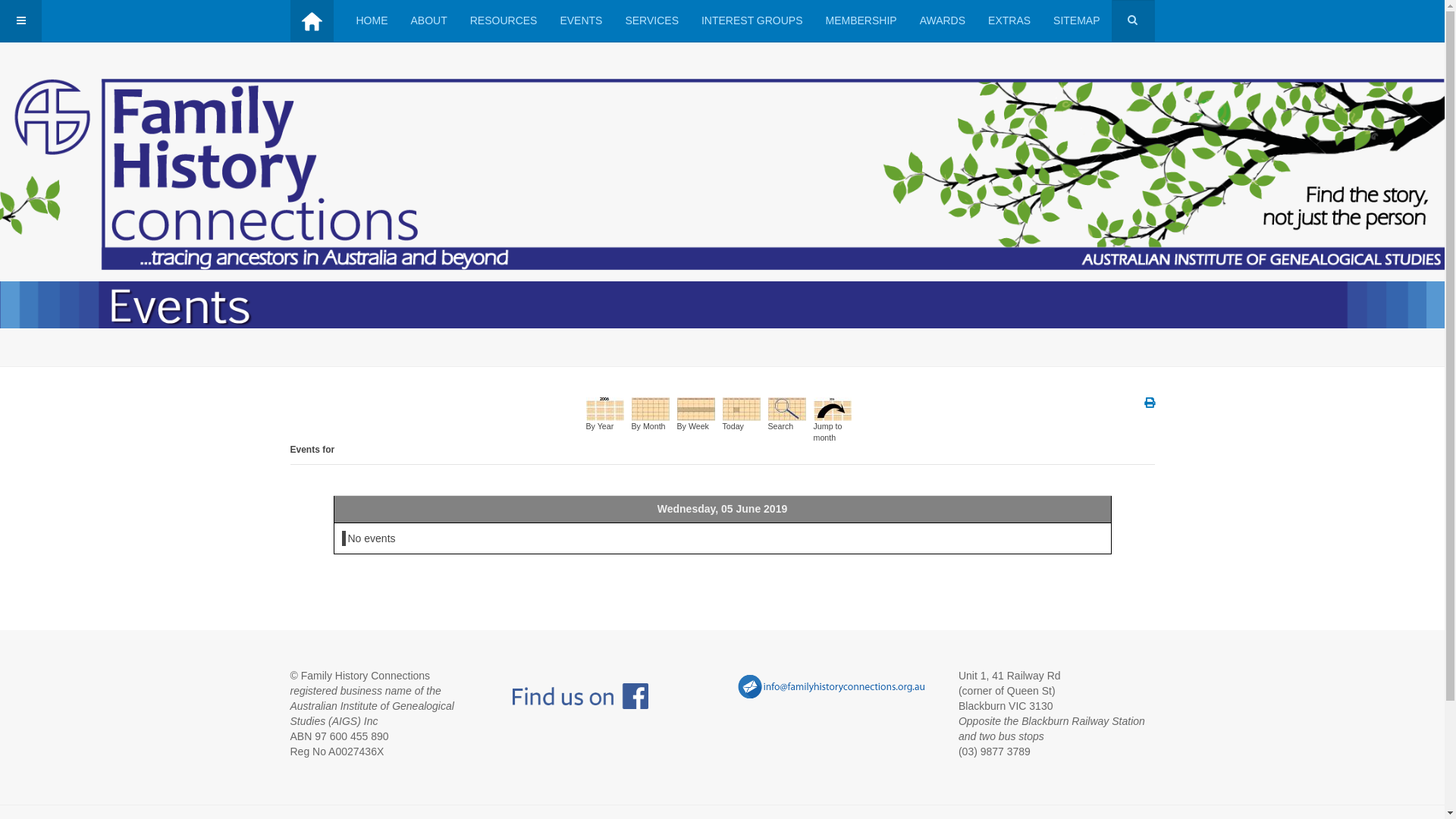 Image resolution: width=1456 pixels, height=819 pixels. What do you see at coordinates (1009, 20) in the screenshot?
I see `'EXTRAS'` at bounding box center [1009, 20].